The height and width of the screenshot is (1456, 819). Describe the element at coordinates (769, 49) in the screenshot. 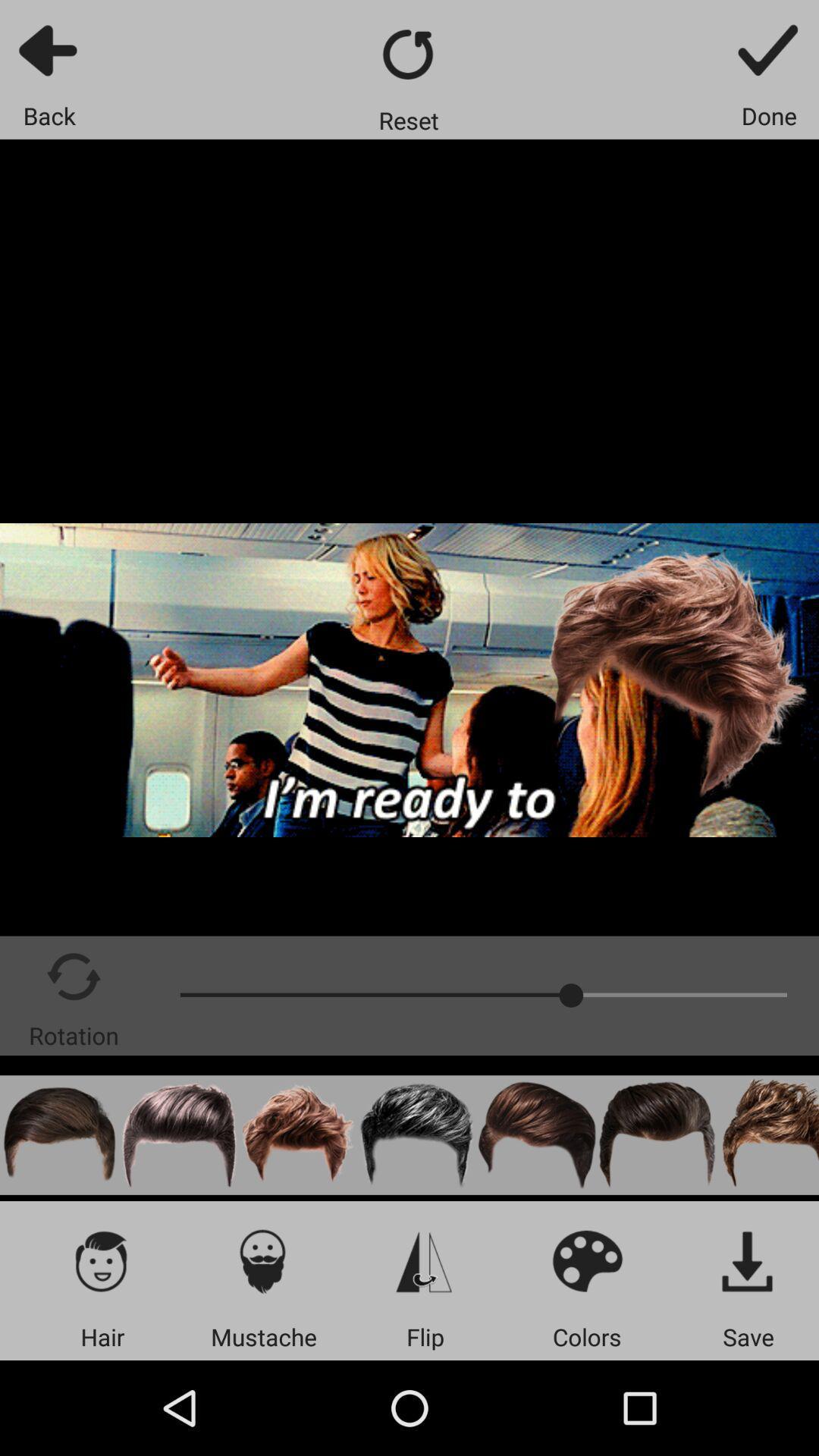

I see `done with task` at that location.